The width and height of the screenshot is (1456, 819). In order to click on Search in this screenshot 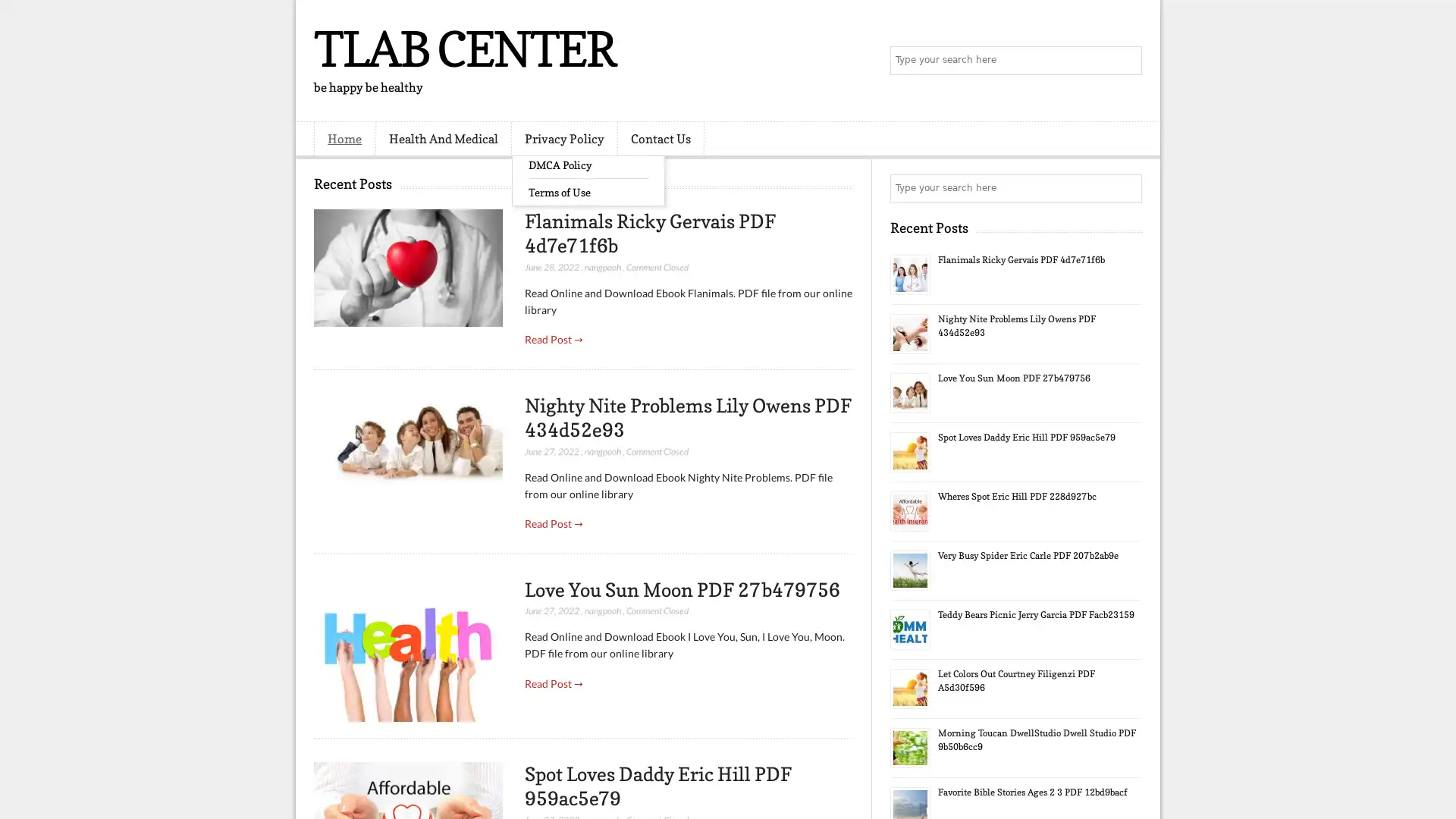, I will do `click(1126, 188)`.